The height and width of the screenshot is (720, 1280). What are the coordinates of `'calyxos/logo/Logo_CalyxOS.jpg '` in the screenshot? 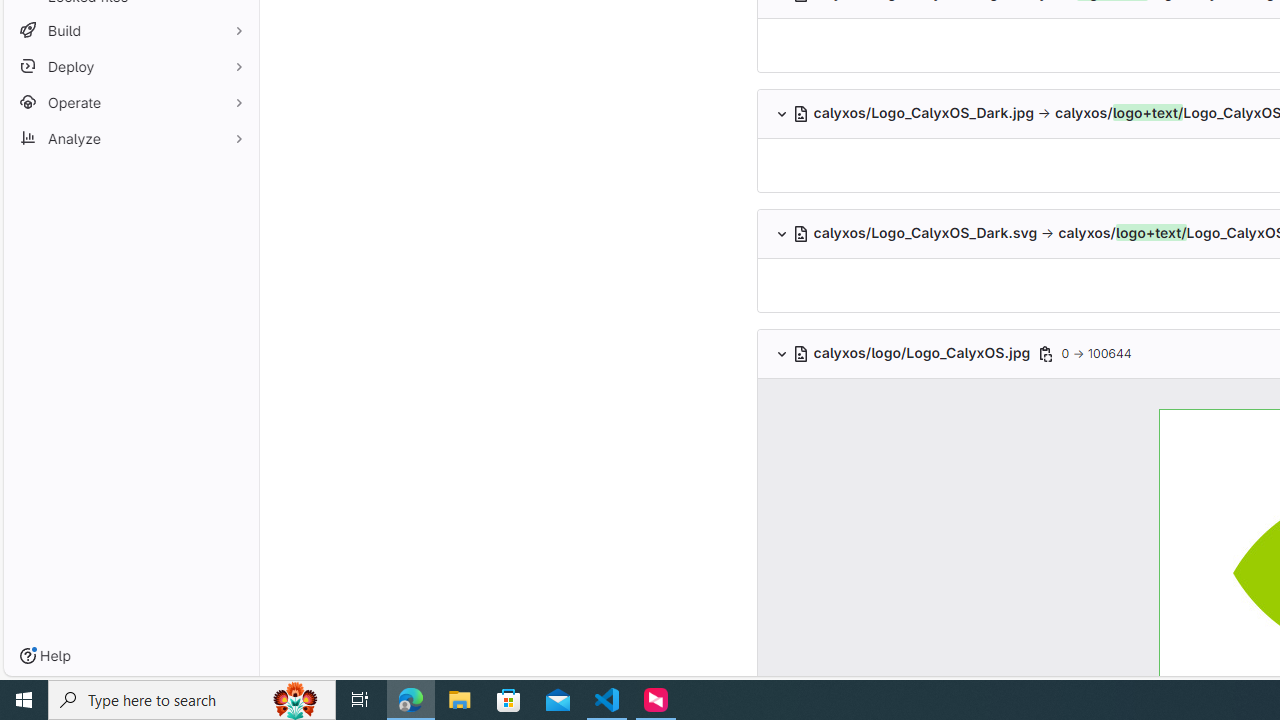 It's located at (912, 352).